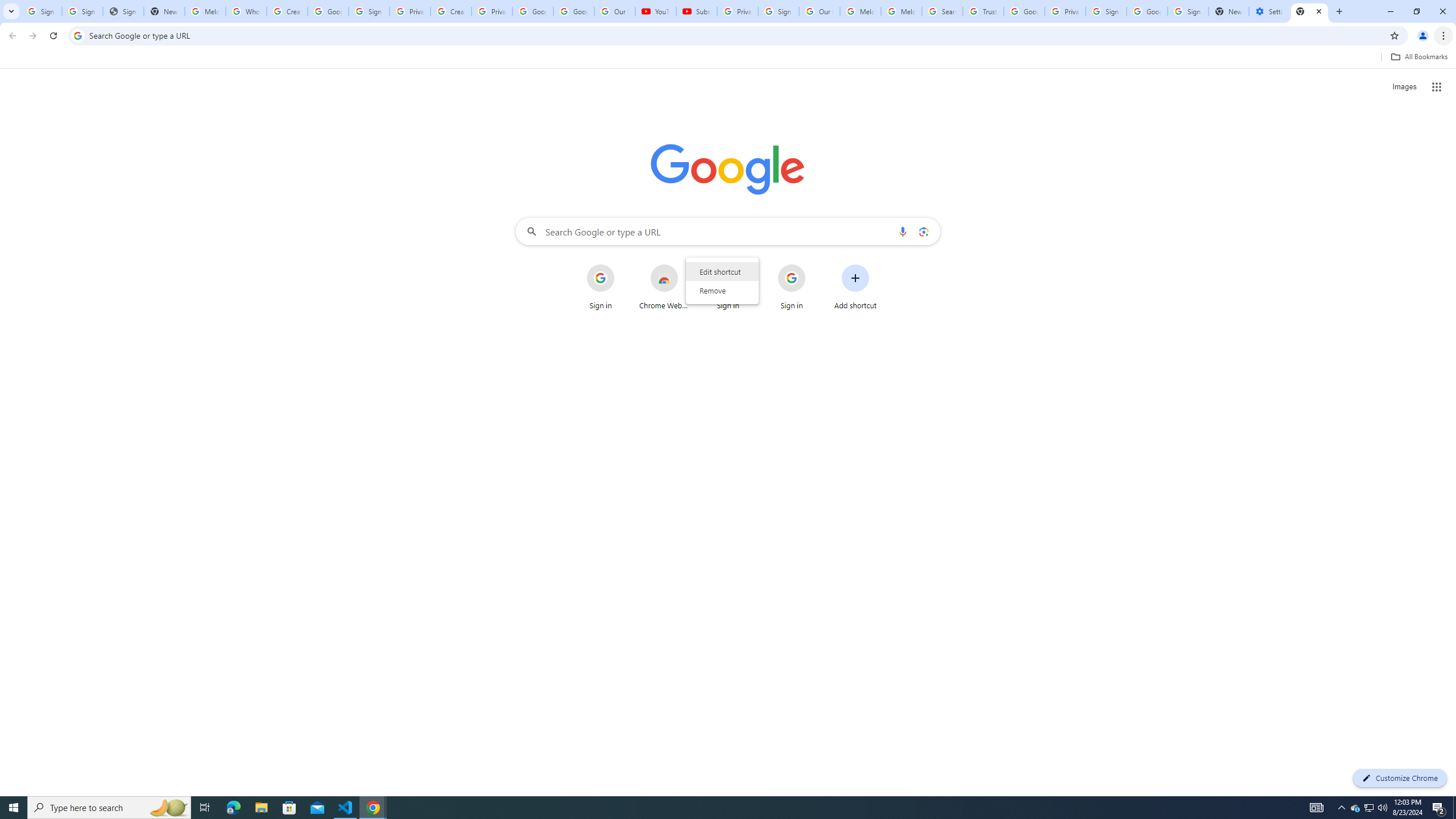 This screenshot has height=819, width=1456. What do you see at coordinates (246, 11) in the screenshot?
I see `'Who is my administrator? - Google Account Help'` at bounding box center [246, 11].